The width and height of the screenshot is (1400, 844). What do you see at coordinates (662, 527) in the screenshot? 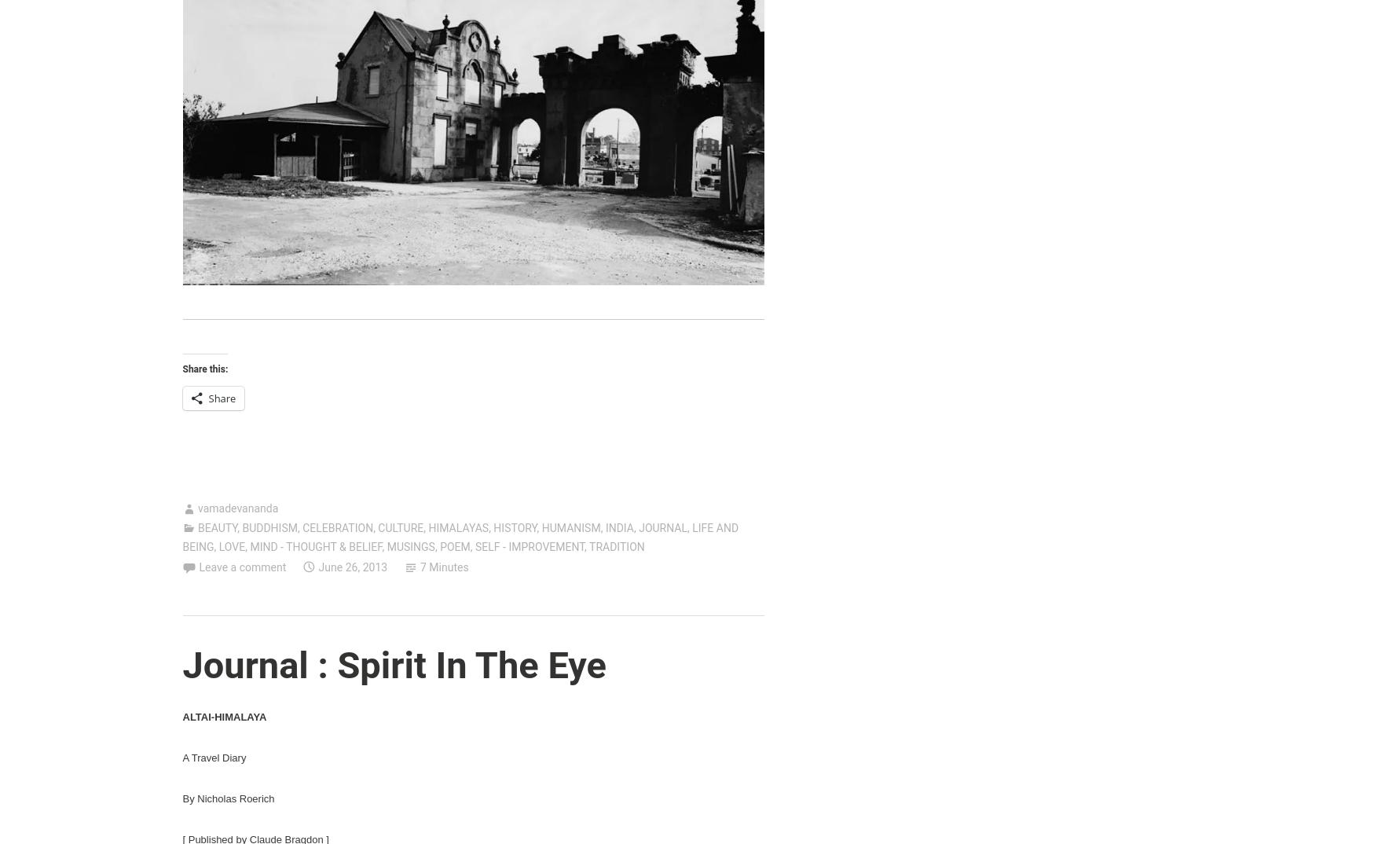
I see `'JOURNAL'` at bounding box center [662, 527].